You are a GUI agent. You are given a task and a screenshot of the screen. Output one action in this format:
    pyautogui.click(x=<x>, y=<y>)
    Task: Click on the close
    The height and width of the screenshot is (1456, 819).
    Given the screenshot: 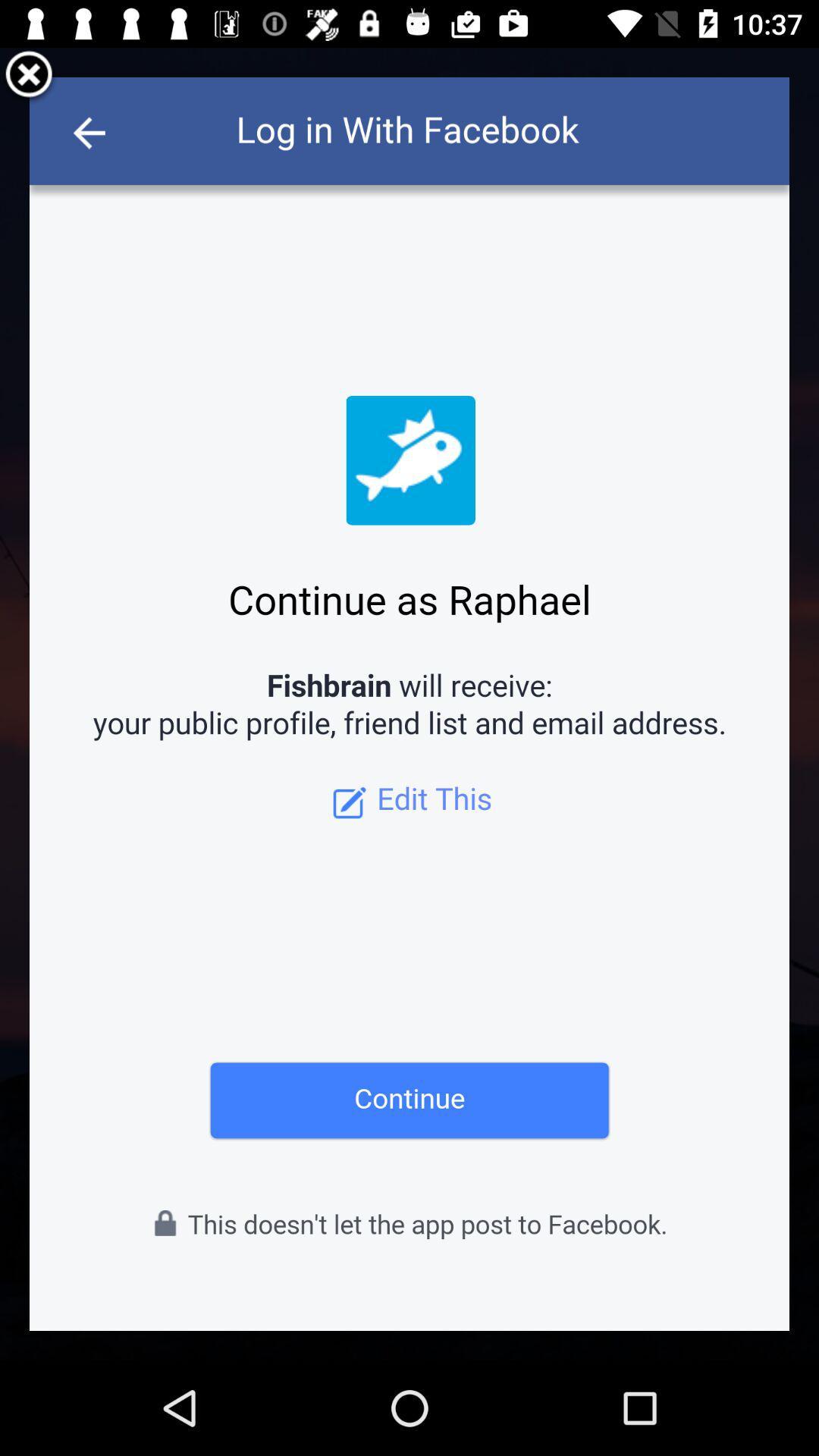 What is the action you would take?
    pyautogui.click(x=29, y=76)
    